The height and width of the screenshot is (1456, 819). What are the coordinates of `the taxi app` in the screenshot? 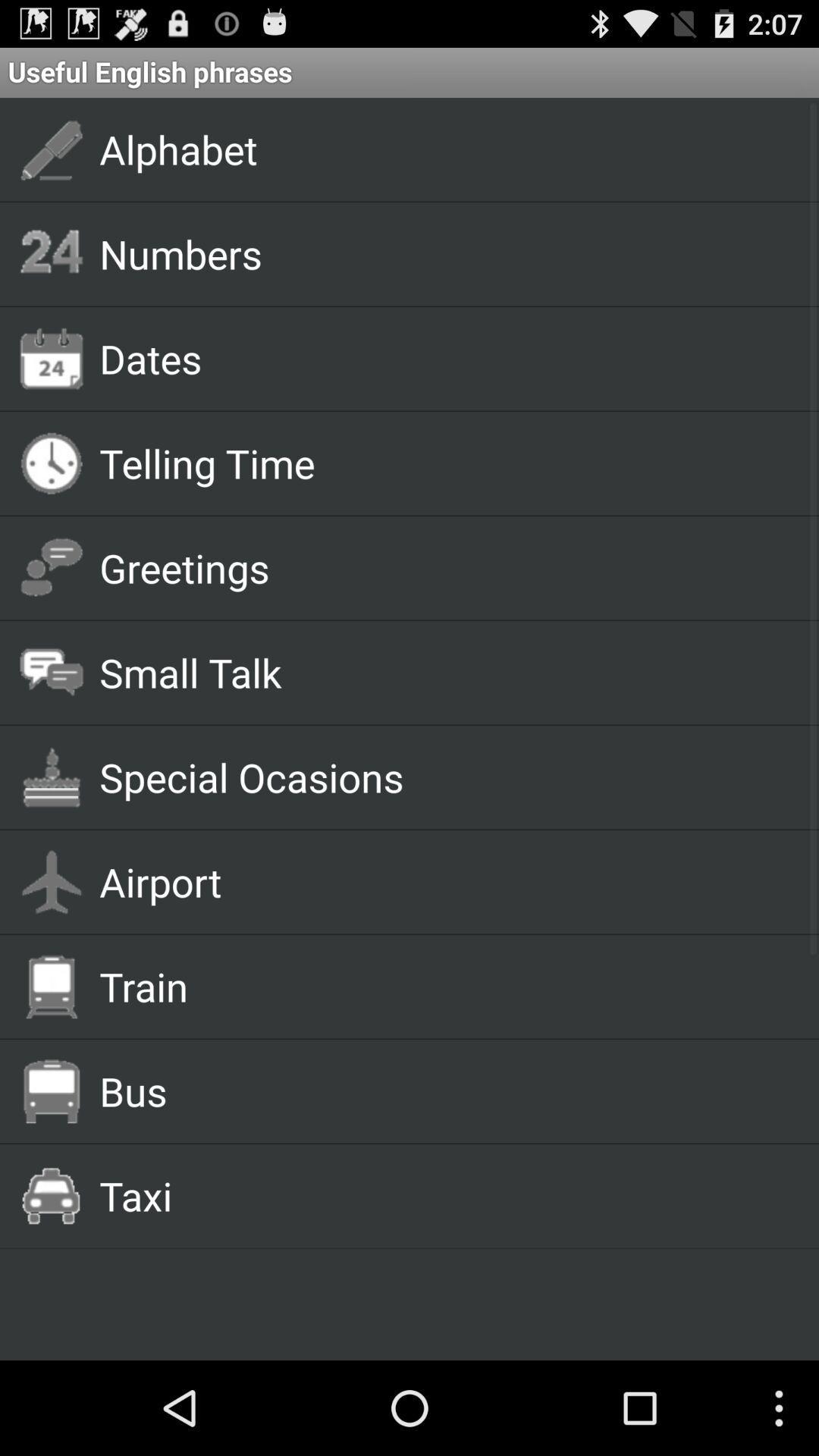 It's located at (441, 1194).